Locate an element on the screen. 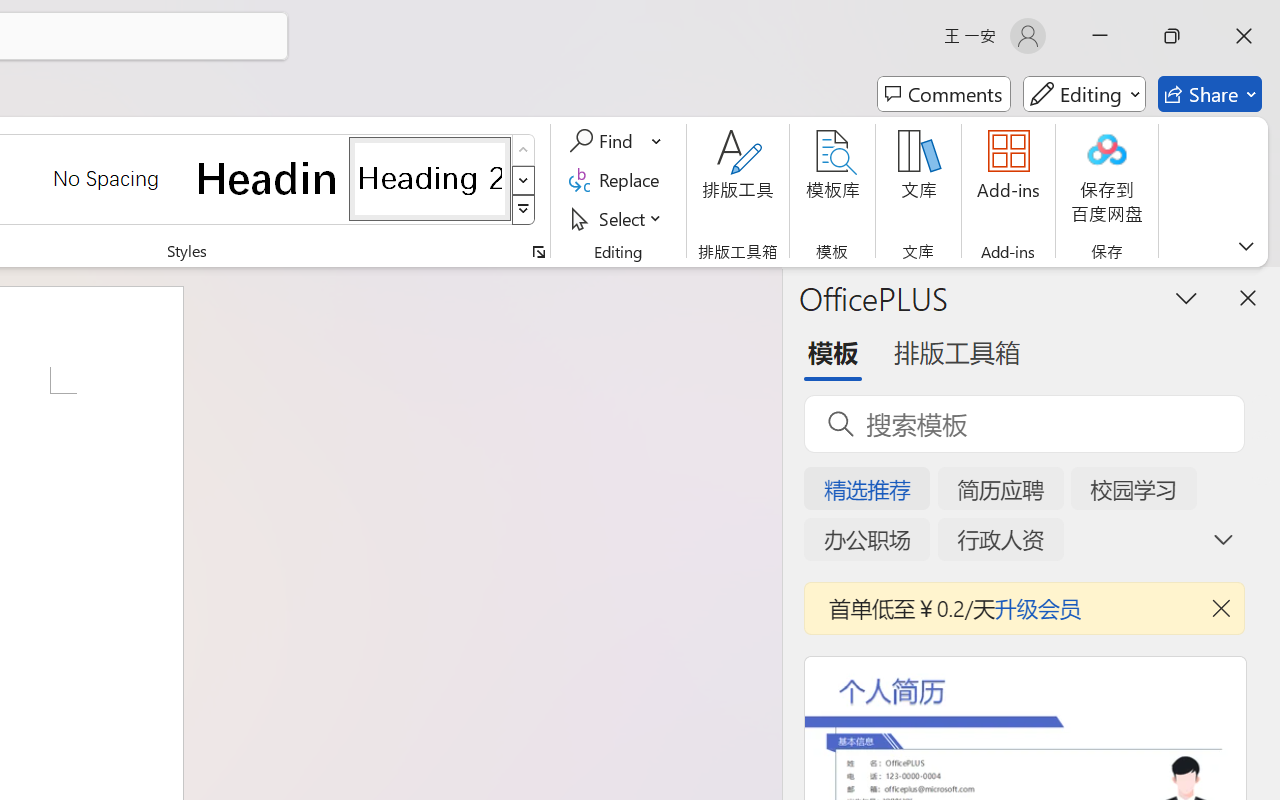  'Share' is located at coordinates (1209, 94).